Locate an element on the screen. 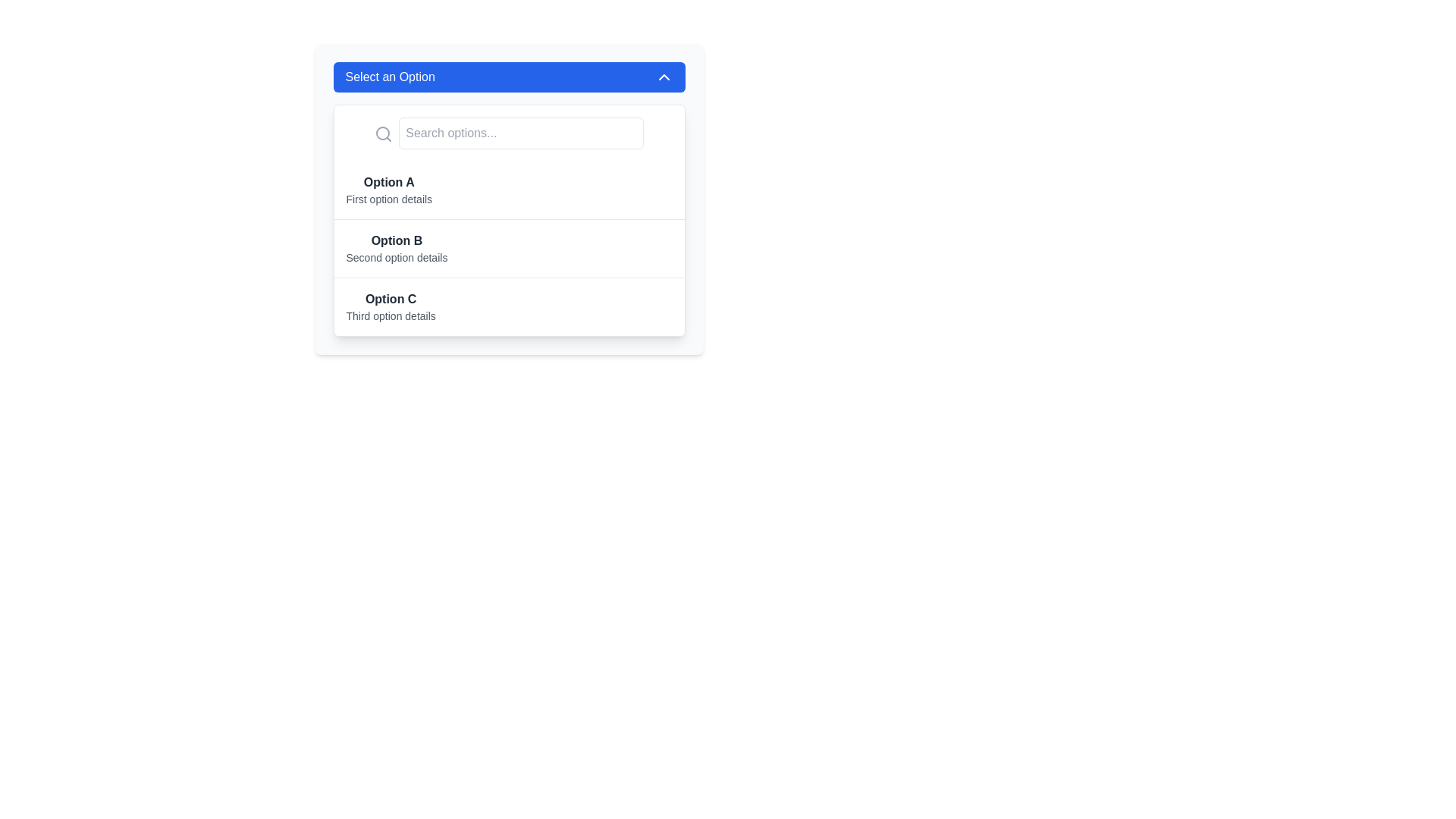 This screenshot has width=1456, height=819. the third item in the dropdown list is located at coordinates (509, 306).